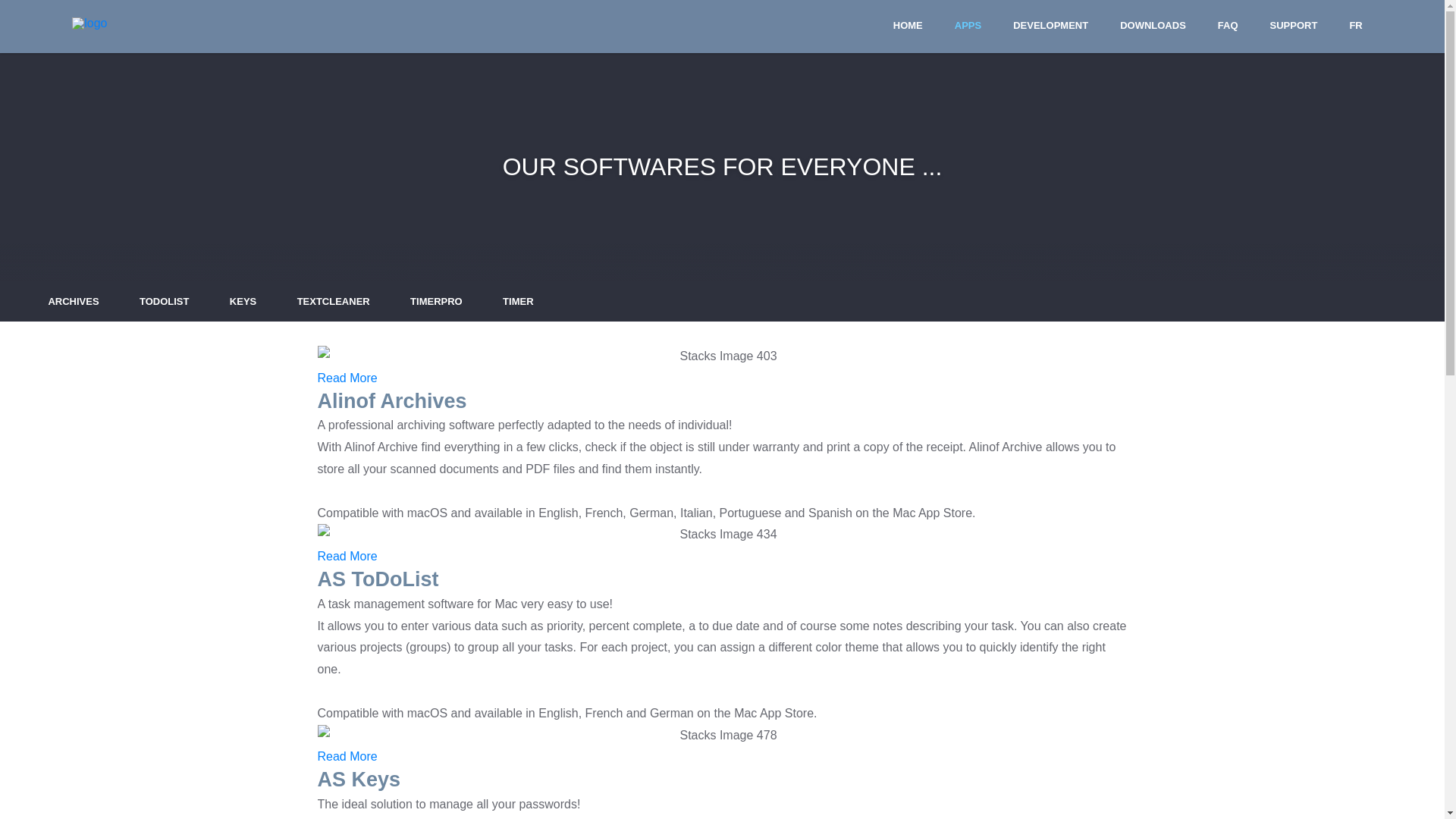 The height and width of the screenshot is (819, 1456). Describe the element at coordinates (400, 301) in the screenshot. I see `'TIMERPRO'` at that location.